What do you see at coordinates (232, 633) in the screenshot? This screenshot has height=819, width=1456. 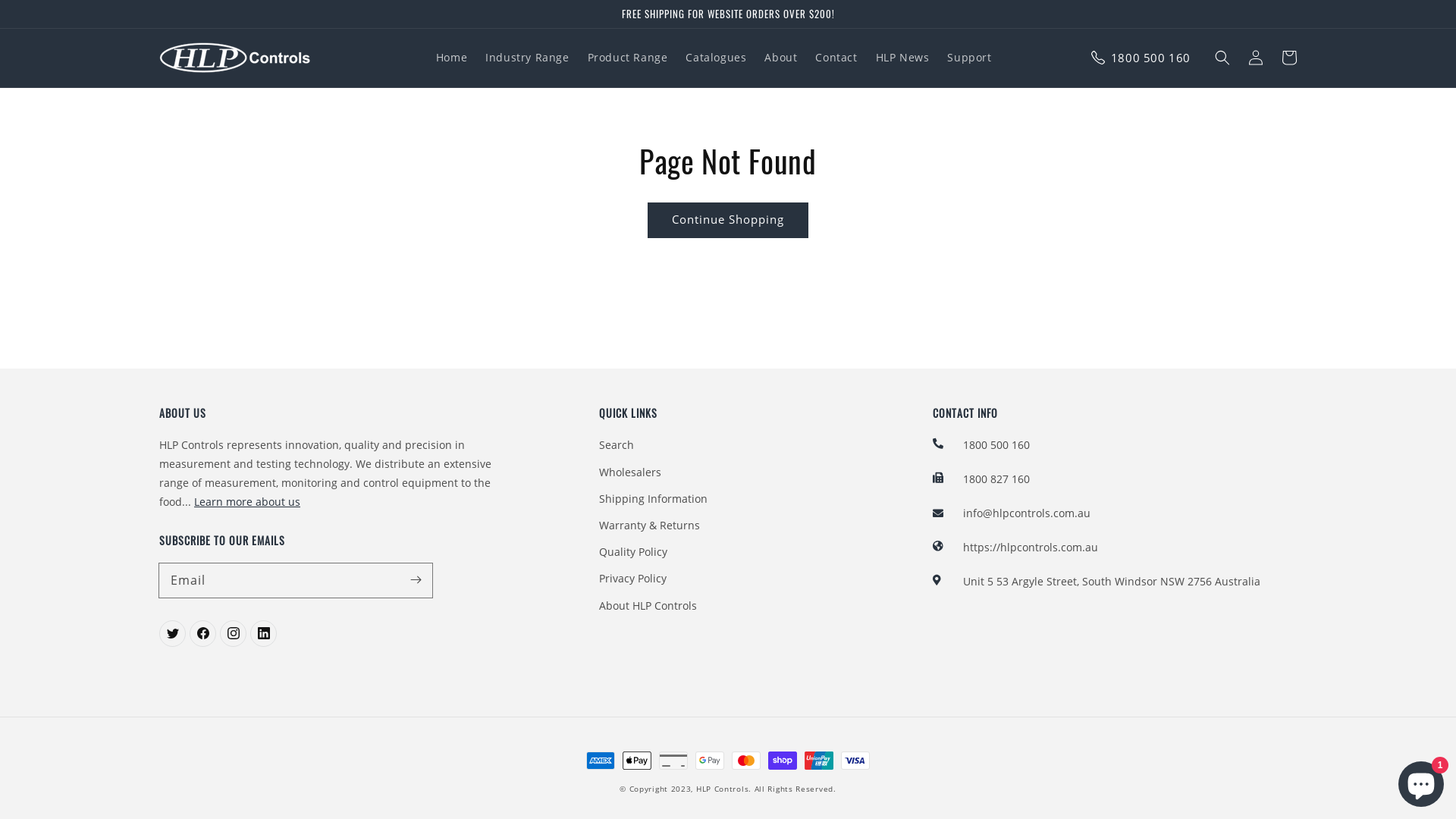 I see `'Twitter'` at bounding box center [232, 633].